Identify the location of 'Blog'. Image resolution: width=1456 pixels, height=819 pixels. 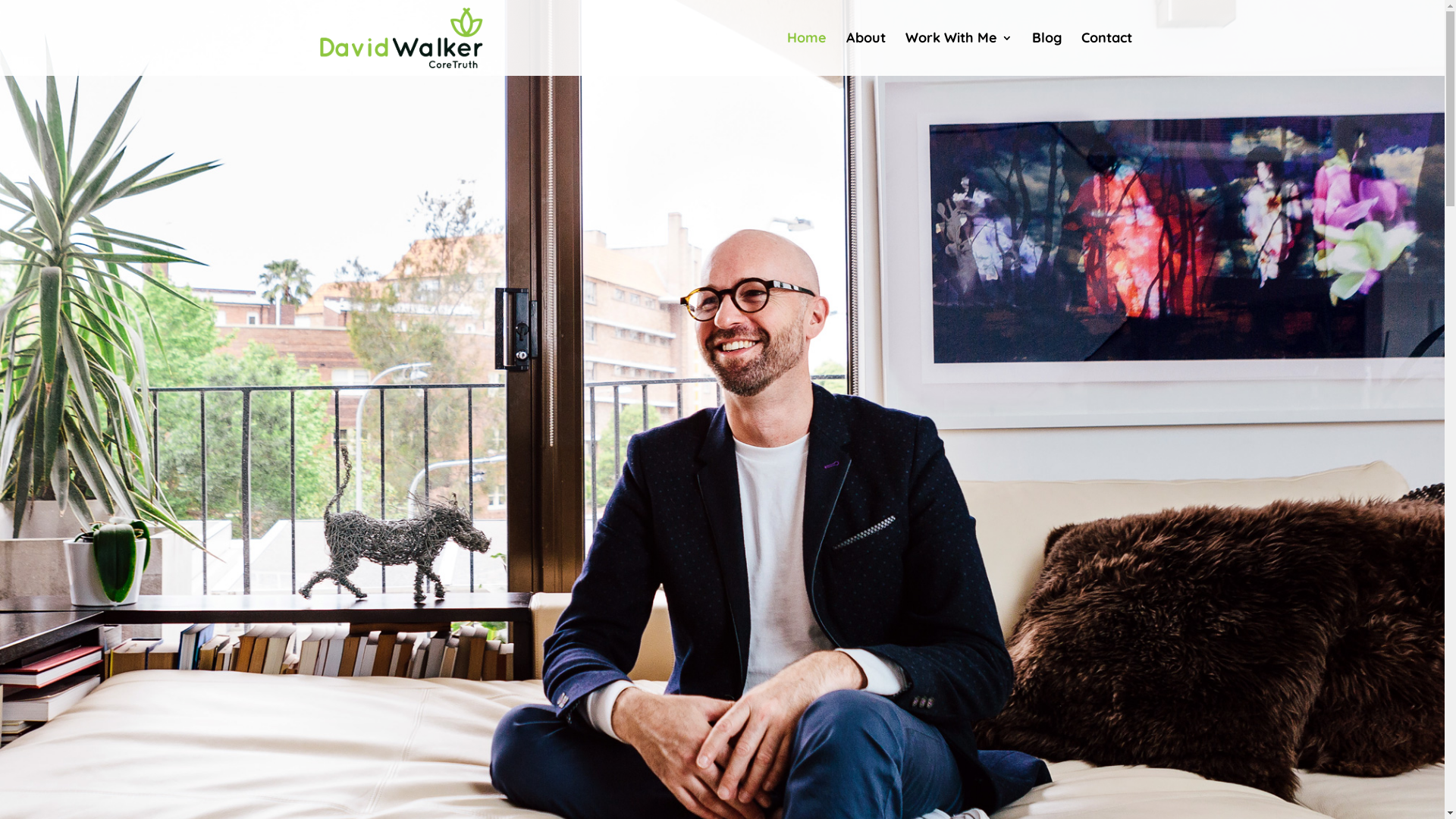
(1045, 53).